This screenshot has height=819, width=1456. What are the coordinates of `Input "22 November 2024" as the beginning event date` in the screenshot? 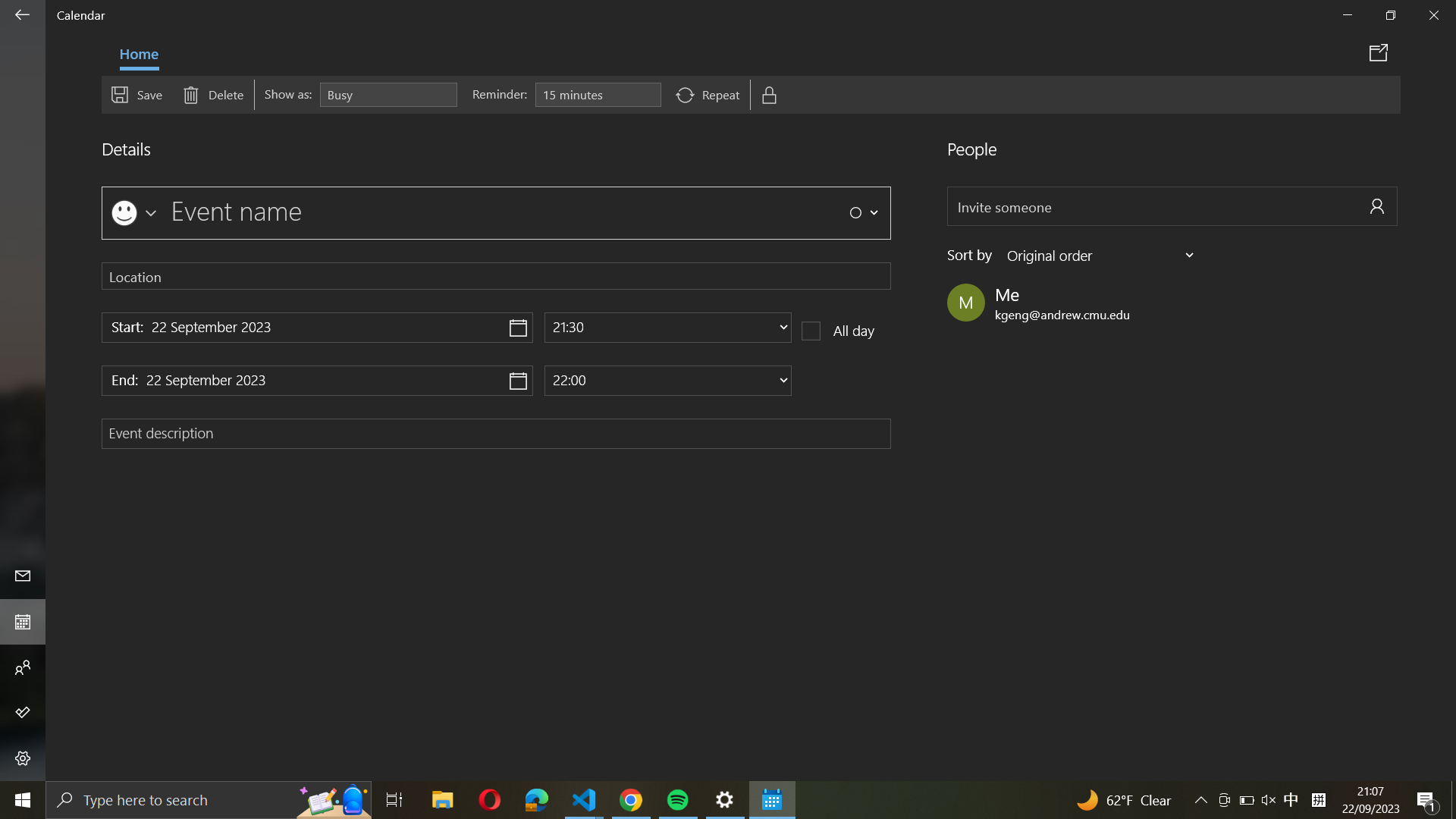 It's located at (316, 327).